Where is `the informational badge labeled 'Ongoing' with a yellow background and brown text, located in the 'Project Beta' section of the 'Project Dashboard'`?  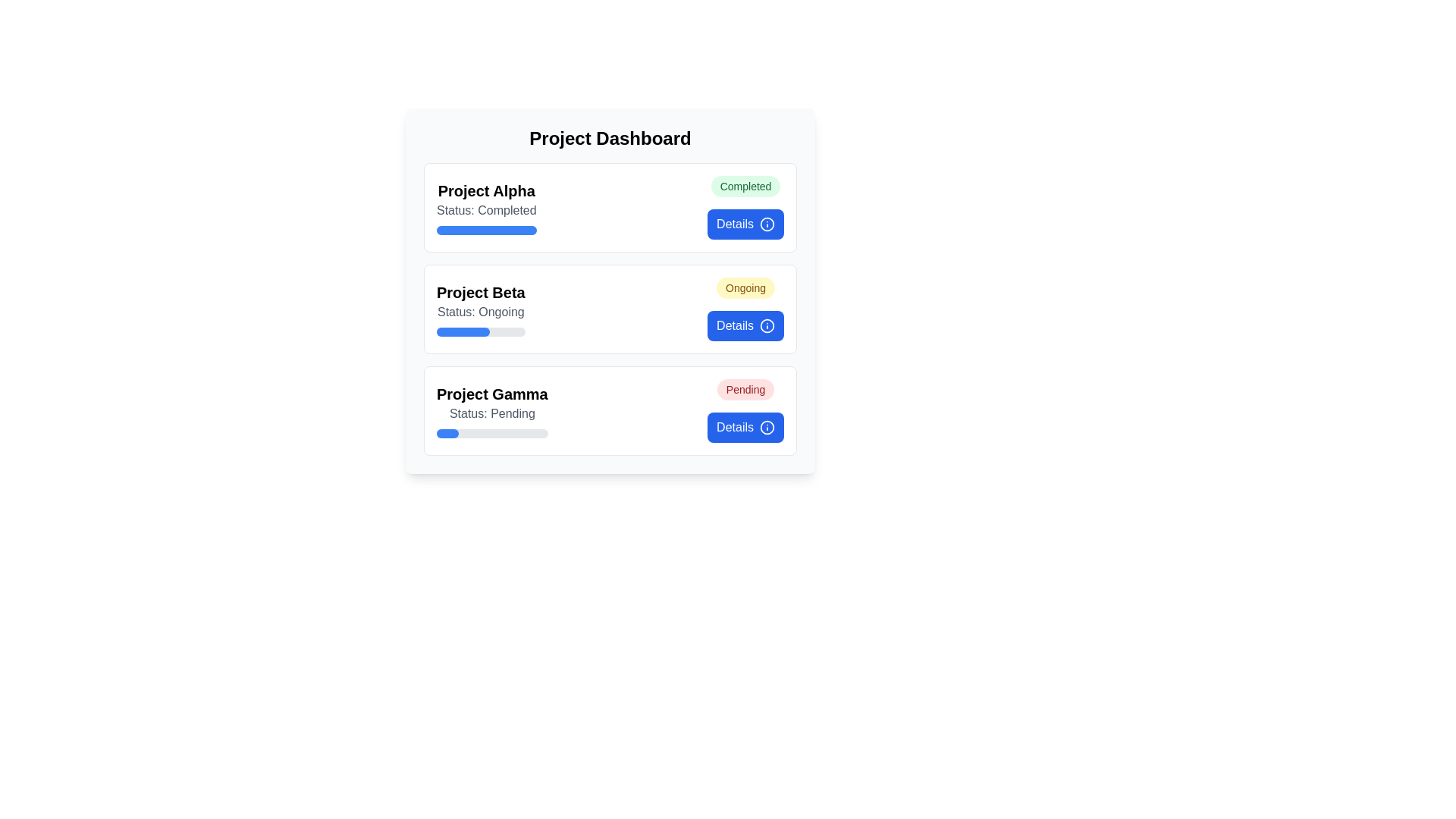 the informational badge labeled 'Ongoing' with a yellow background and brown text, located in the 'Project Beta' section of the 'Project Dashboard' is located at coordinates (745, 288).